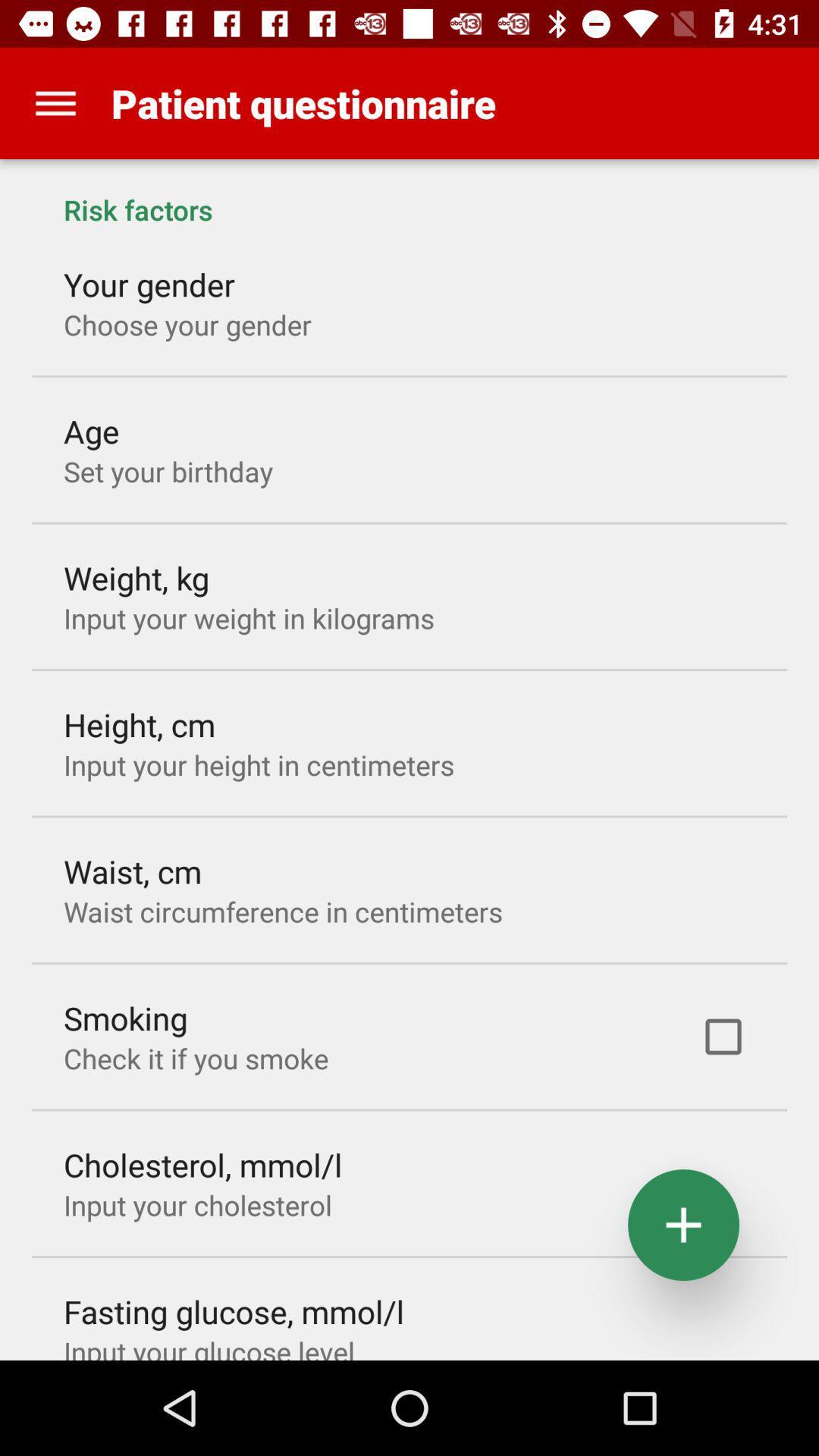 The image size is (819, 1456). Describe the element at coordinates (55, 102) in the screenshot. I see `the app next to the patient questionnaire` at that location.